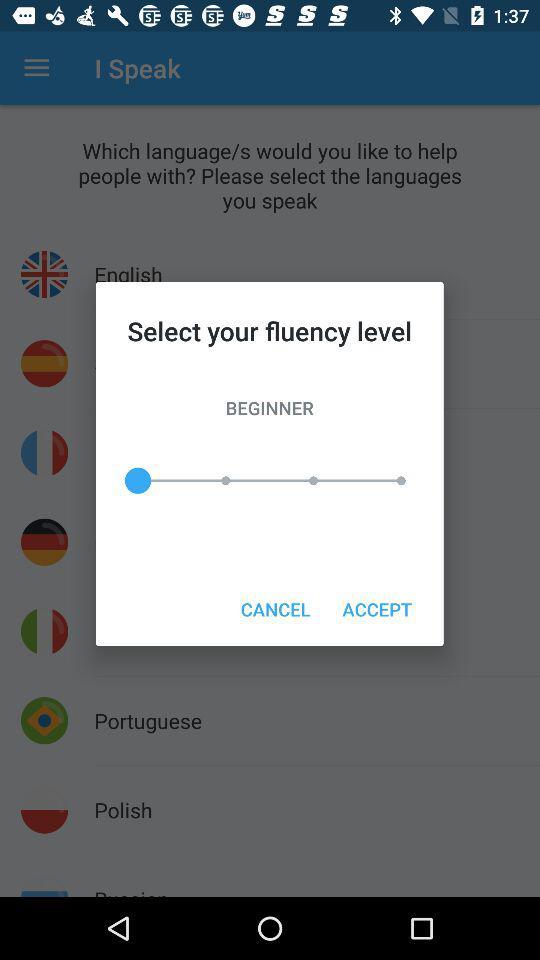 The height and width of the screenshot is (960, 540). Describe the element at coordinates (377, 608) in the screenshot. I see `the accept item` at that location.